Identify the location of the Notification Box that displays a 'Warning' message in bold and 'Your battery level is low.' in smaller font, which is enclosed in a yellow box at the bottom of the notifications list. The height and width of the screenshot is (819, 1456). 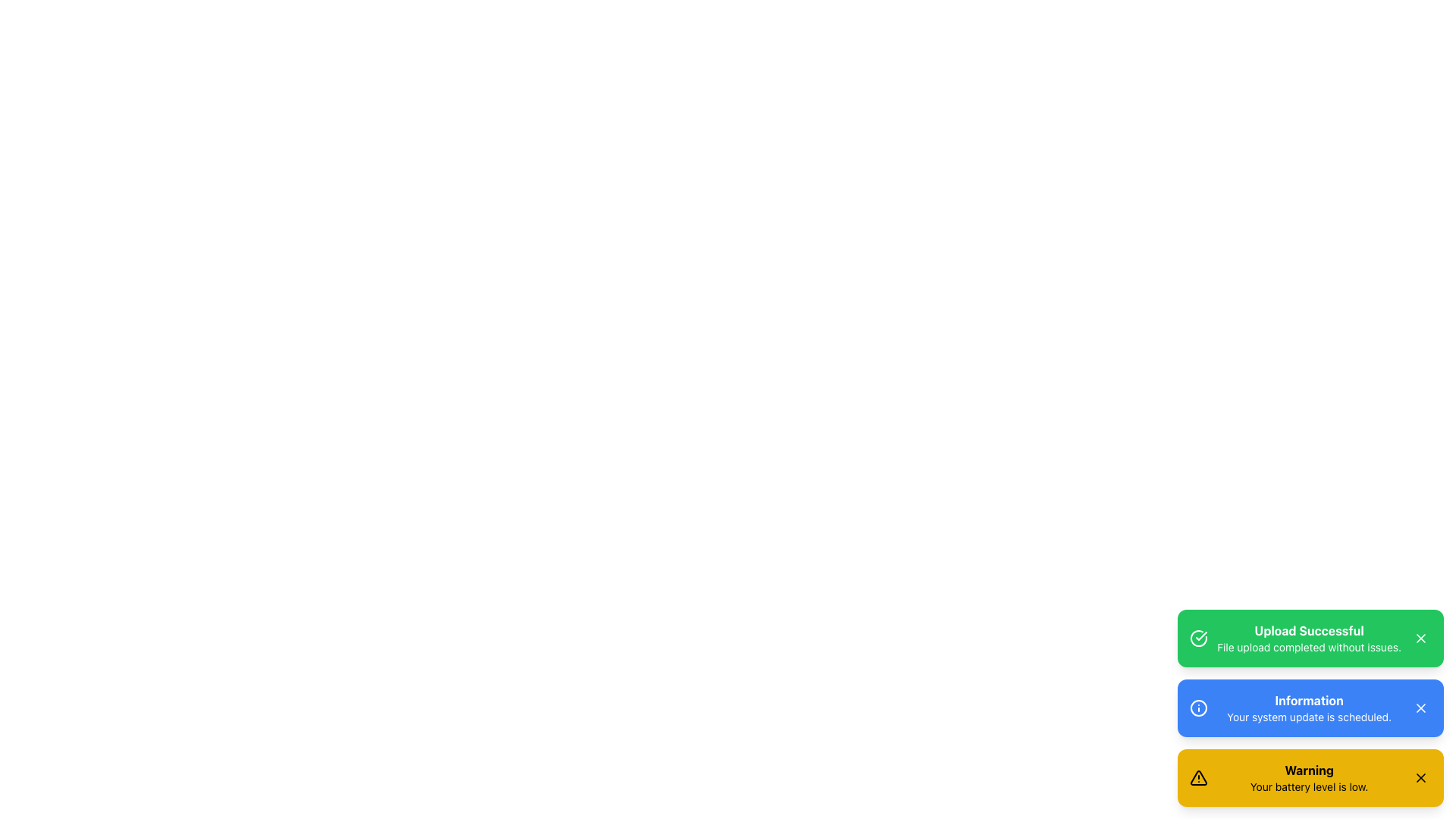
(1308, 778).